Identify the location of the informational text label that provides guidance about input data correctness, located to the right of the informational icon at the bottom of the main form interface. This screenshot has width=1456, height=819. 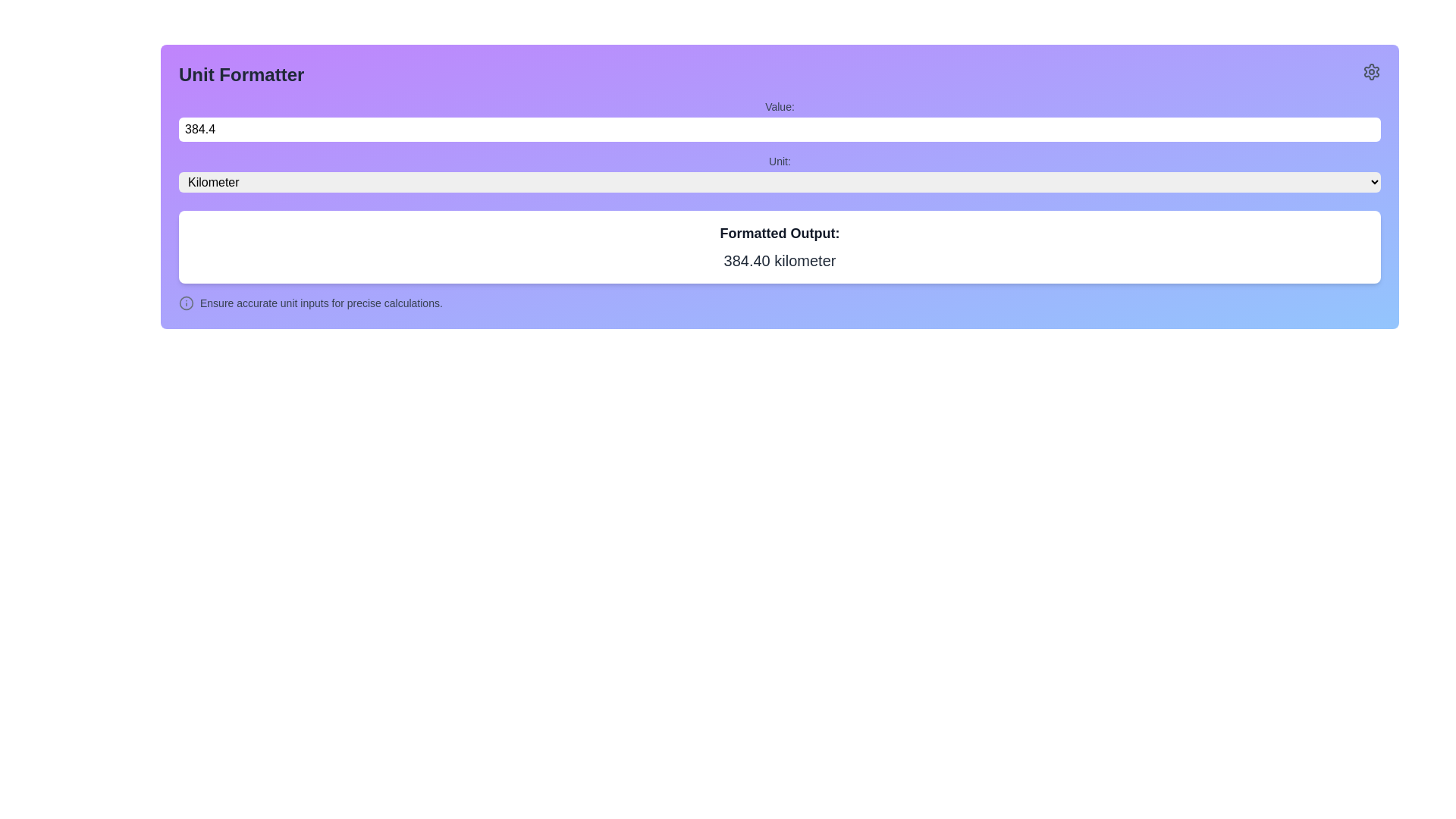
(320, 303).